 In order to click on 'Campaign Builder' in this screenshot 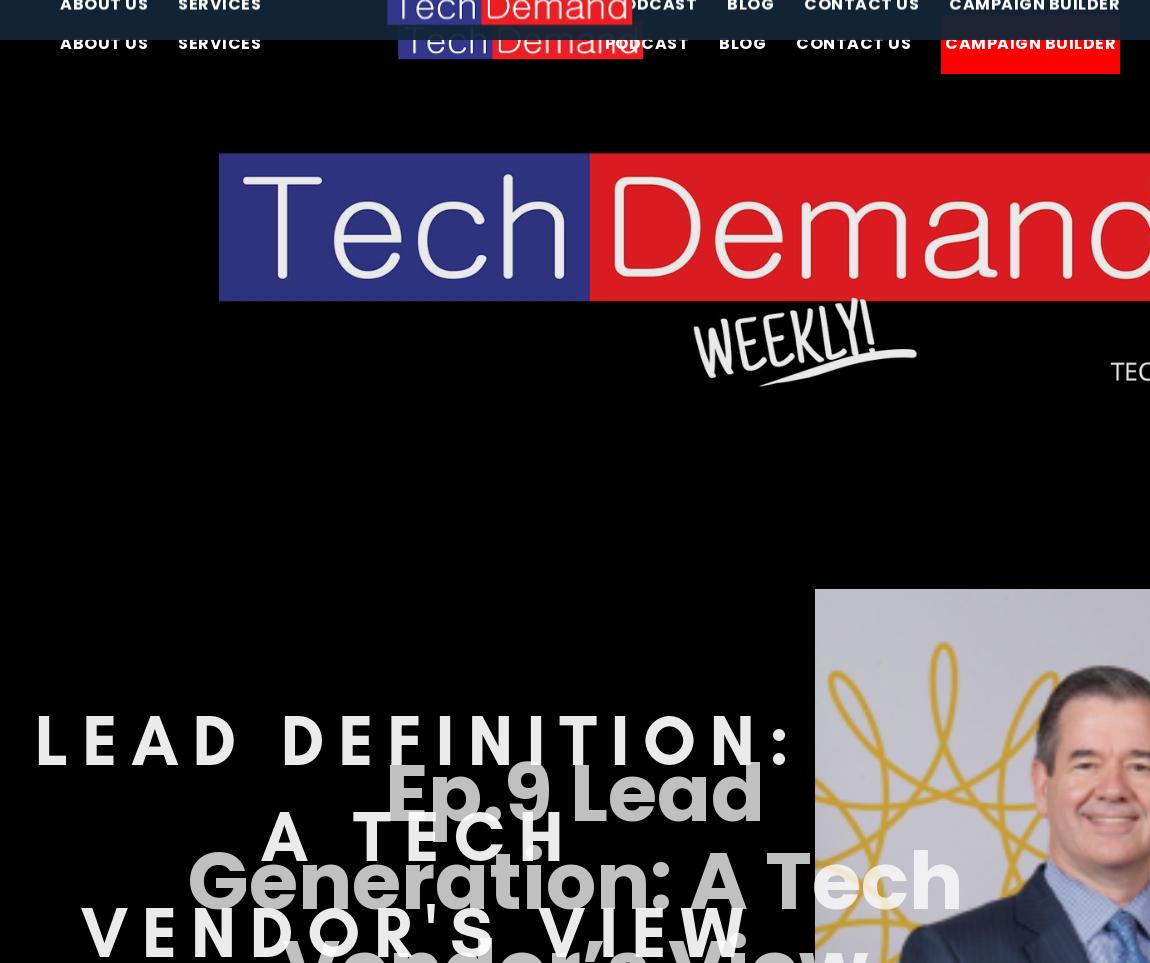, I will do `click(1030, 42)`.